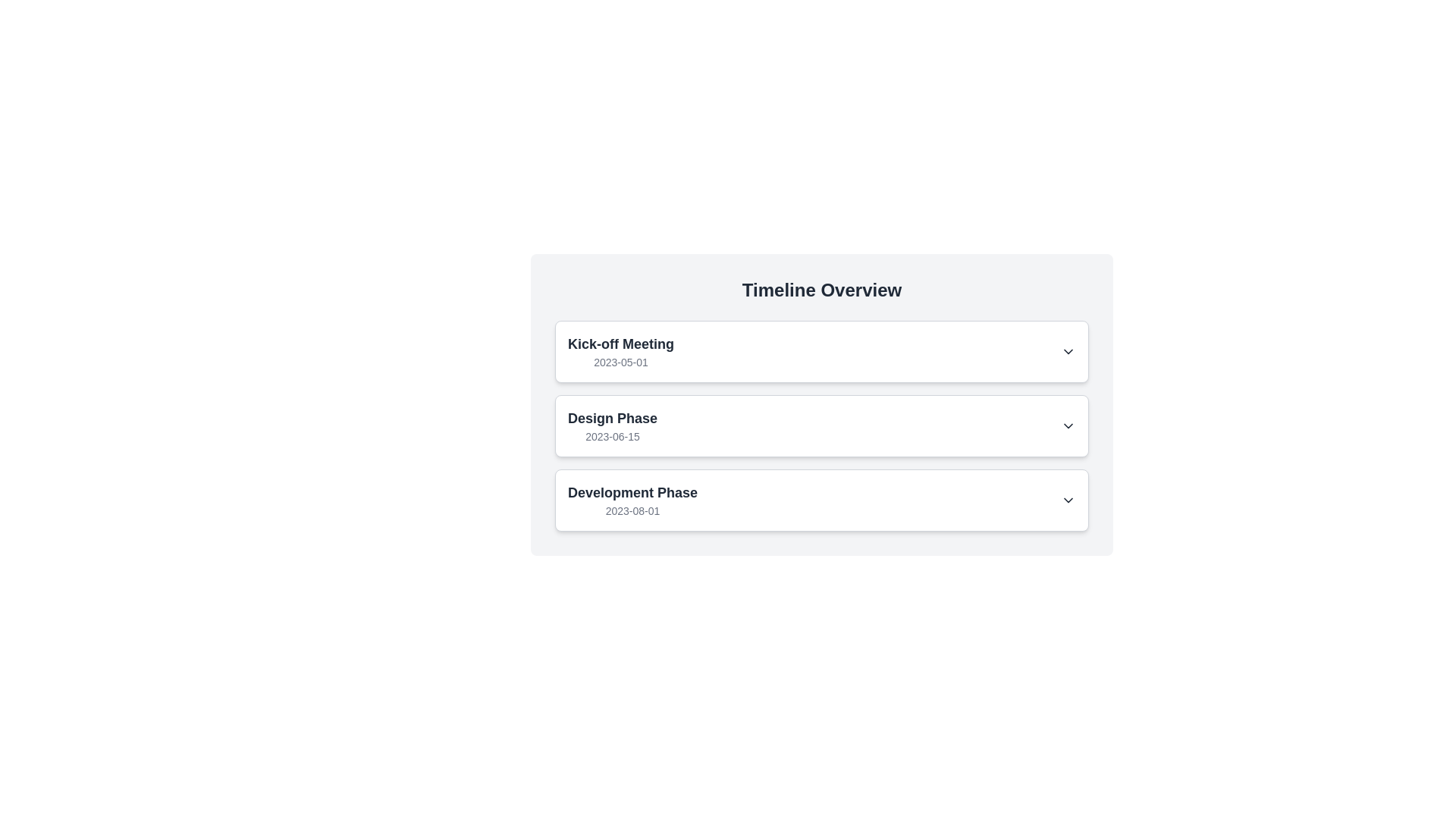  What do you see at coordinates (821, 290) in the screenshot?
I see `the 'Timeline Overview' text heading` at bounding box center [821, 290].